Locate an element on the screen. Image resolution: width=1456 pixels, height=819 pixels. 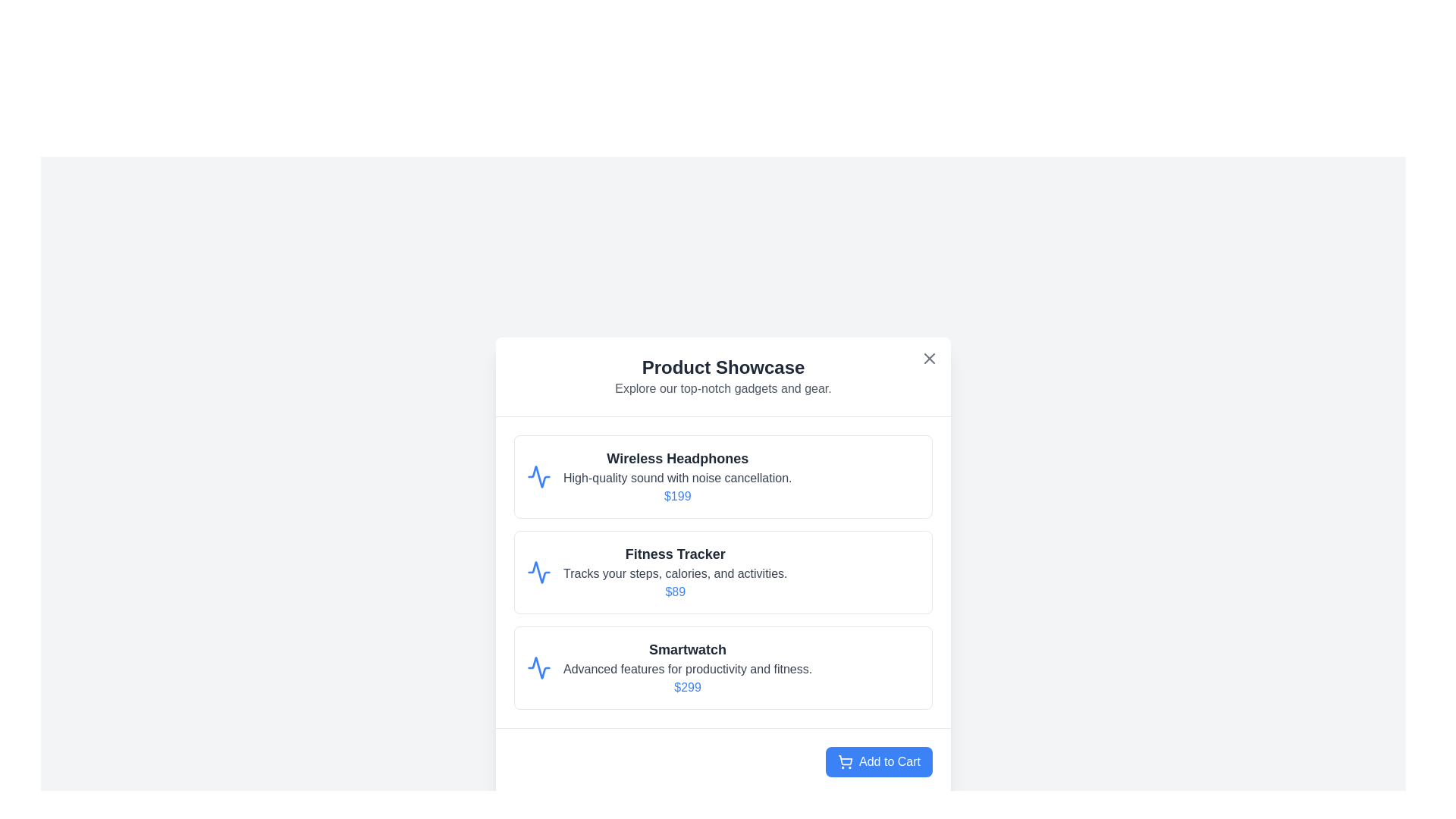
the text label indicating the product name 'Wireless Headphones' located at the top of the product listings in the 'Product Showcase' section is located at coordinates (676, 458).